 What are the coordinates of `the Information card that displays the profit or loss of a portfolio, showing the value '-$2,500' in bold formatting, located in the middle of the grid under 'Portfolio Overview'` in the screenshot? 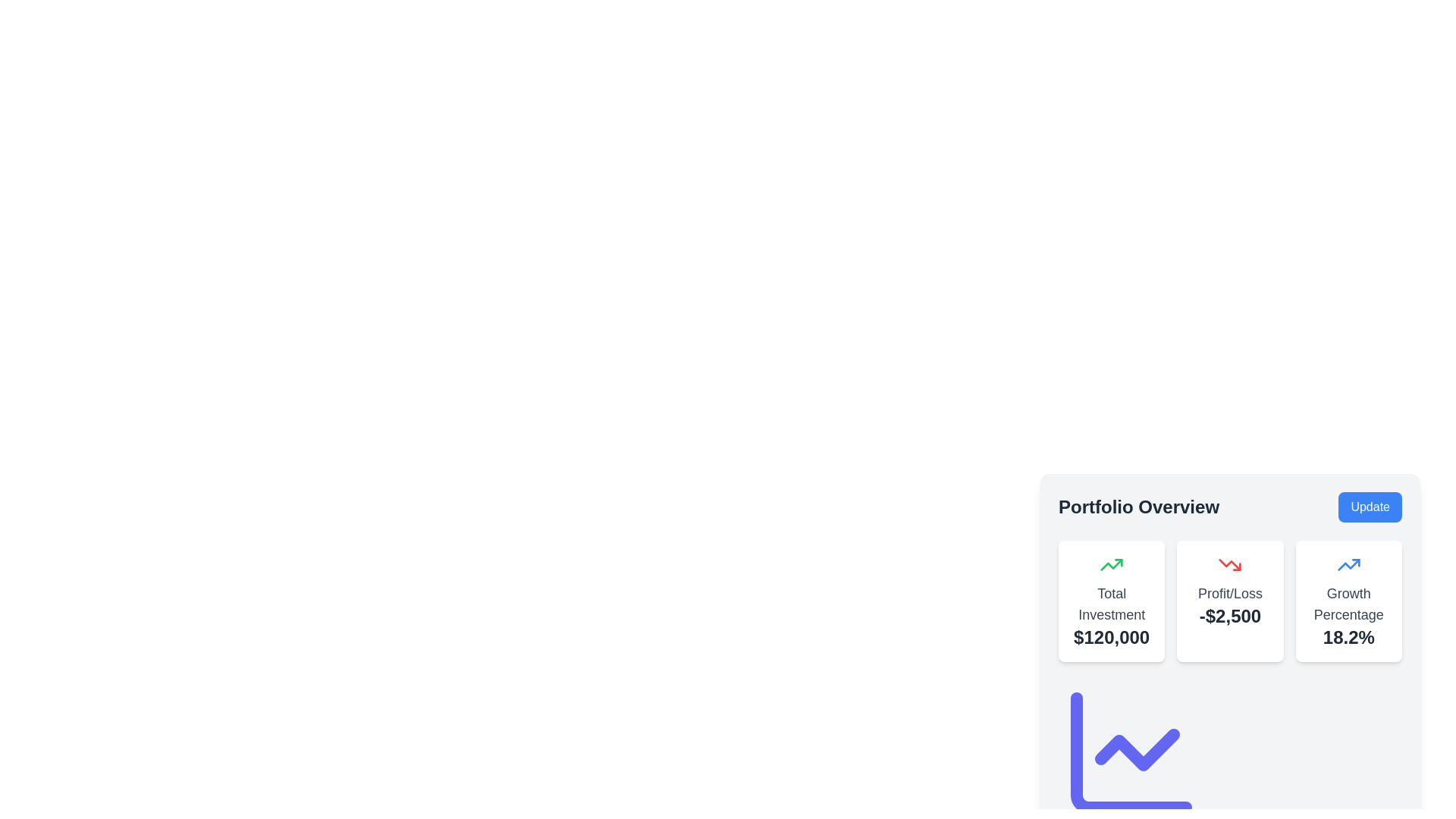 It's located at (1230, 601).